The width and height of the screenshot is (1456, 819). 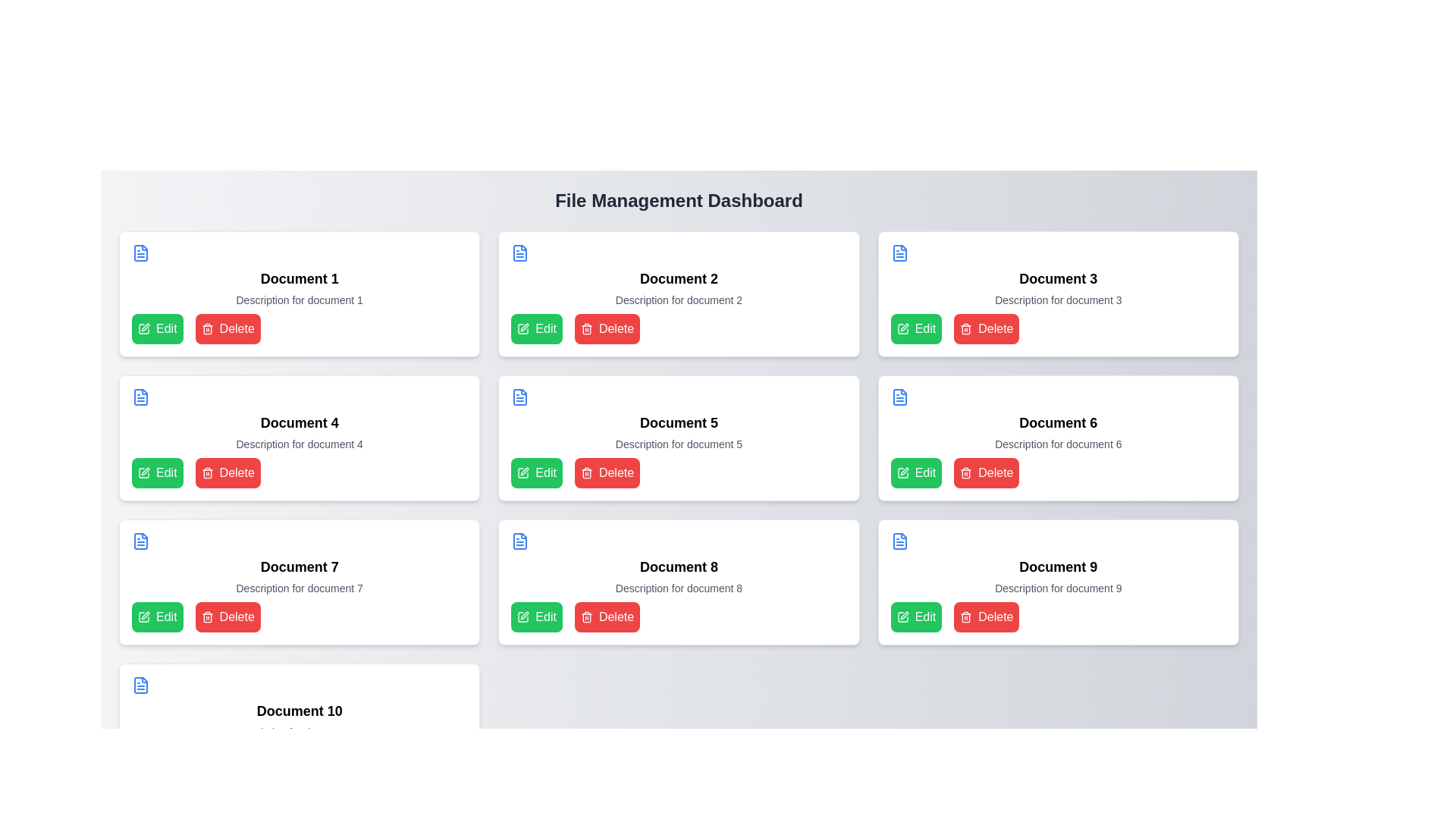 I want to click on the pen icon on a square background, which is located in the 'Document 7' section, directly to the left of the green 'Edit' button, so click(x=146, y=616).